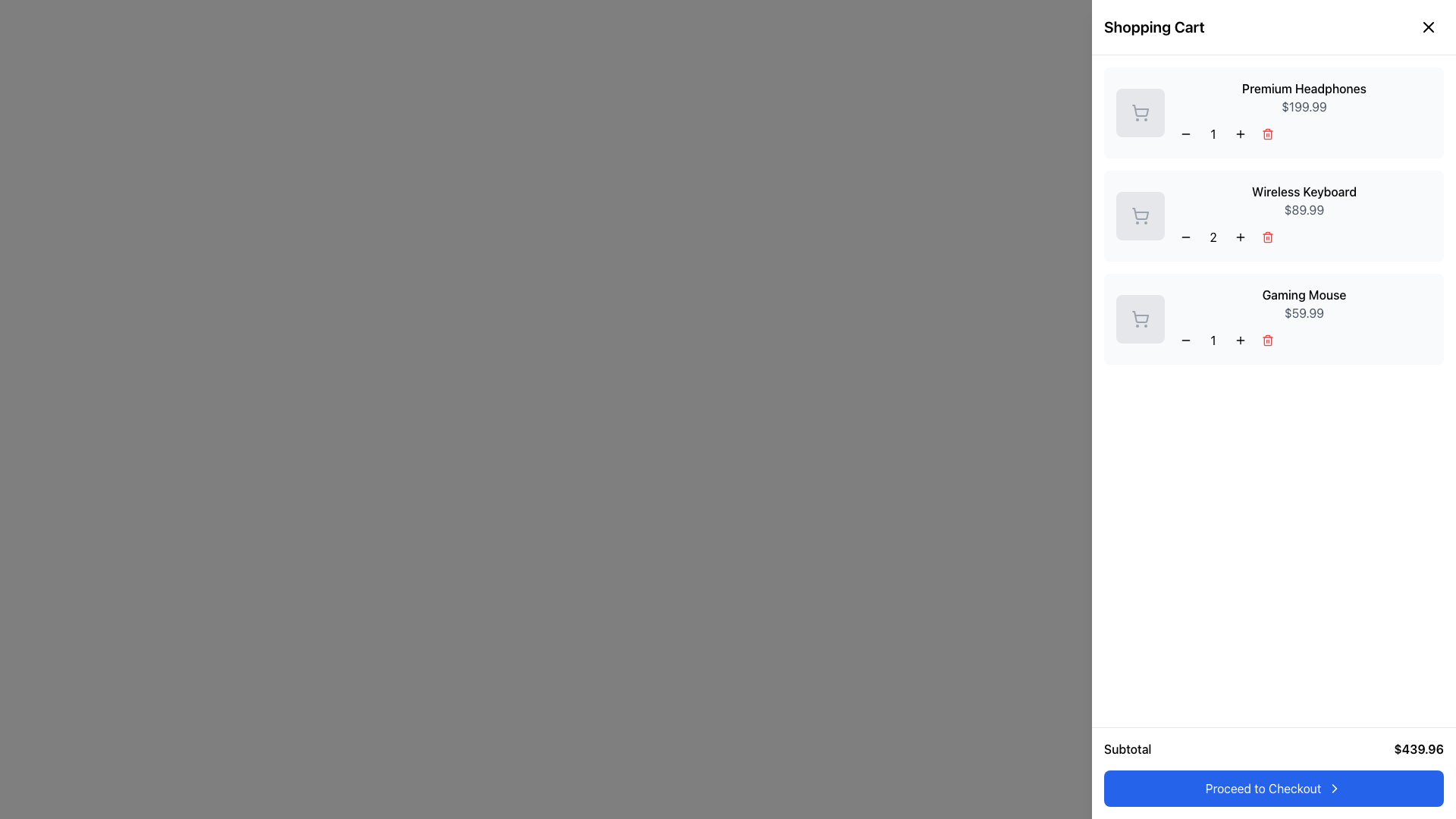 This screenshot has width=1456, height=819. I want to click on the second list item in the shopping cart, which displays the product name 'Wireless Keyboard' and its price '$89.99', to trigger visual effects, so click(1274, 216).